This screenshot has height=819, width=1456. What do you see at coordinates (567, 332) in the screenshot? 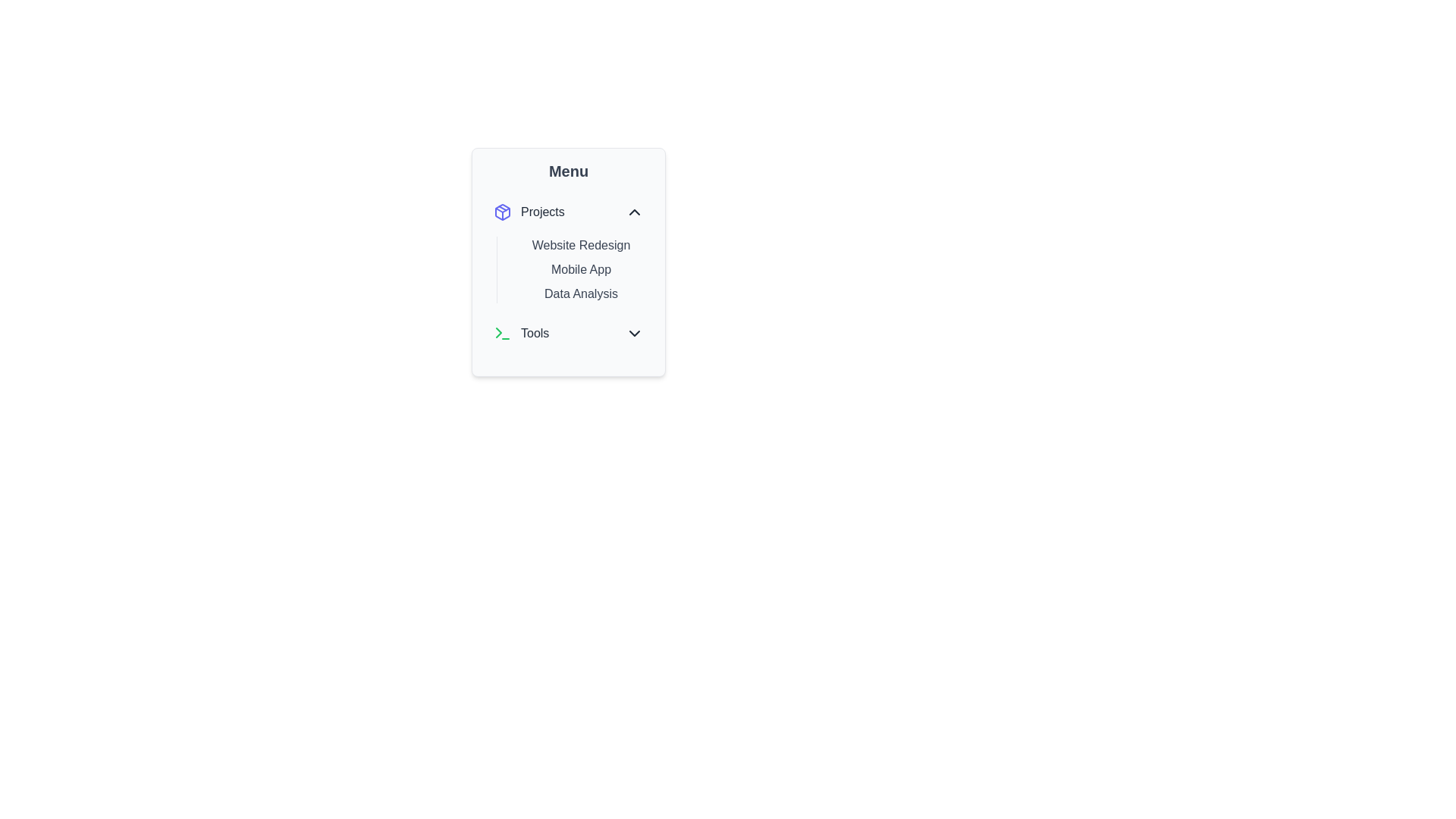
I see `the Dropdown menu located below the list items 'Website Redesign', 'Mobile App', and 'Data Analysis'` at bounding box center [567, 332].